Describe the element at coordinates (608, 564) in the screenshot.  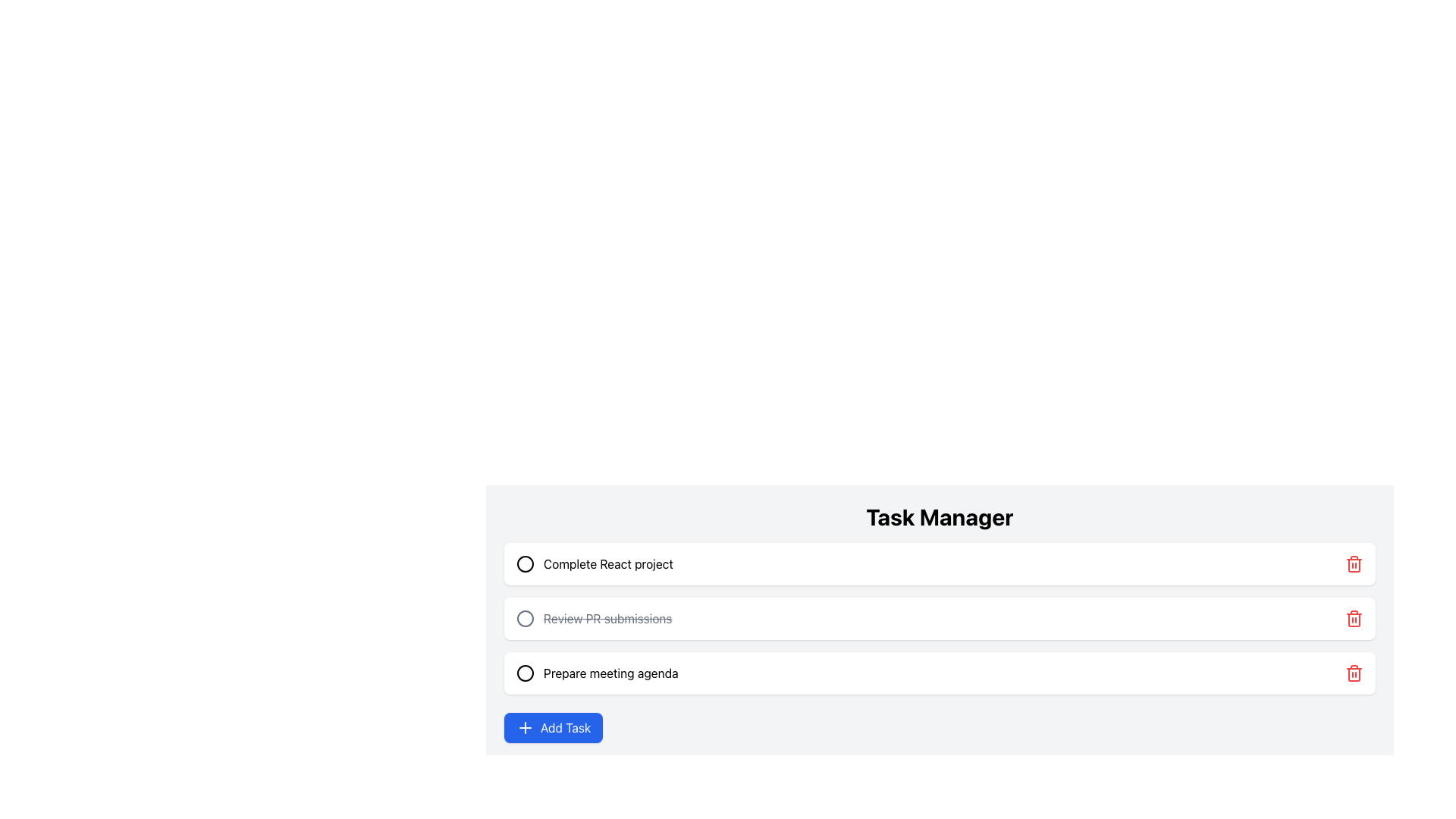
I see `and copy the text from the 'Complete React project' task label in the task manager` at that location.